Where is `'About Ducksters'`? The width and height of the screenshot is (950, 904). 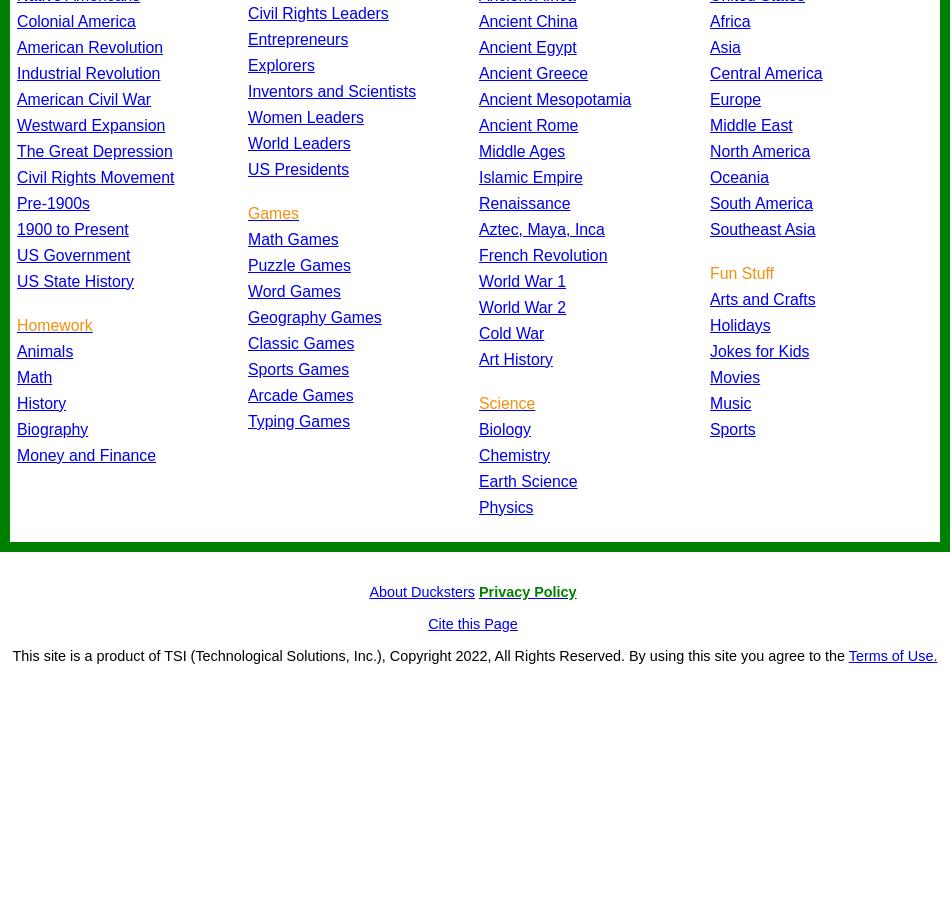 'About Ducksters' is located at coordinates (420, 590).